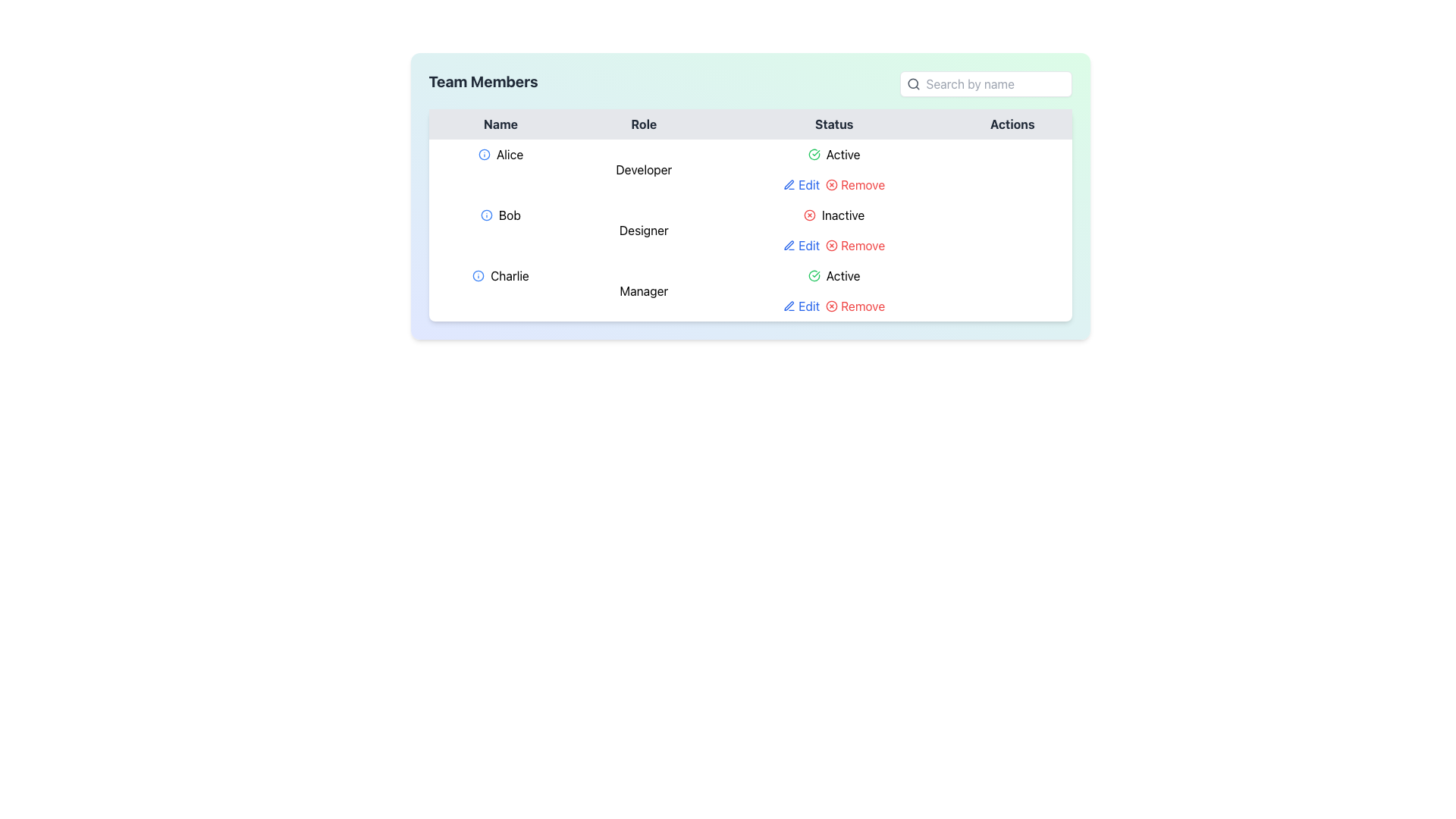 The height and width of the screenshot is (819, 1456). What do you see at coordinates (912, 84) in the screenshot?
I see `the search icon located in the upper right region of the interface, which indicates the search functionality of the accompanying input field` at bounding box center [912, 84].